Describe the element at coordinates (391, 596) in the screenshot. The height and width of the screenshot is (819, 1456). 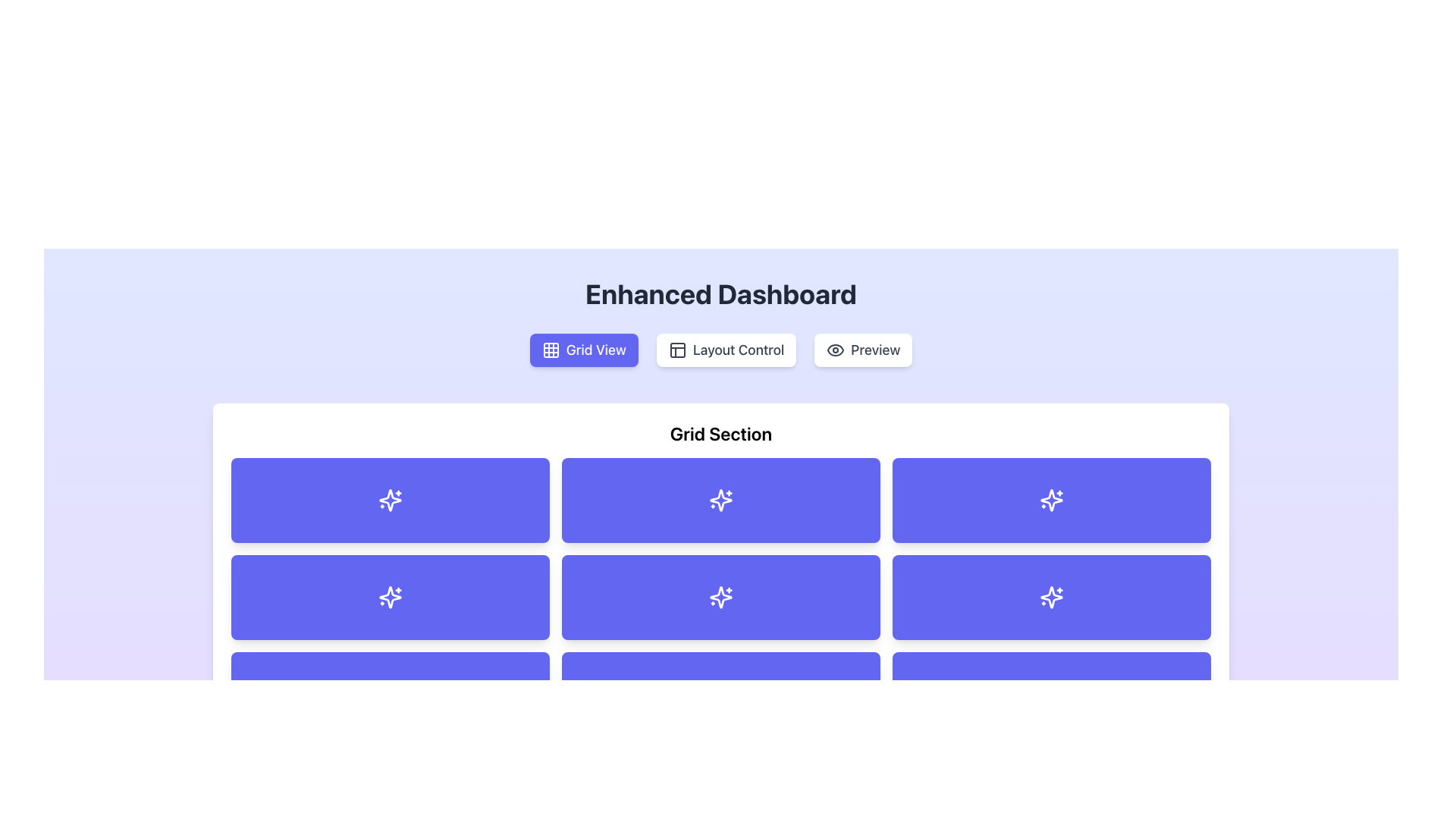
I see `the star-shaped SVG Icon with white lines on a blue background, located in the second row and second column of the 3x3 grid layout in the Enhanced Dashboard` at that location.